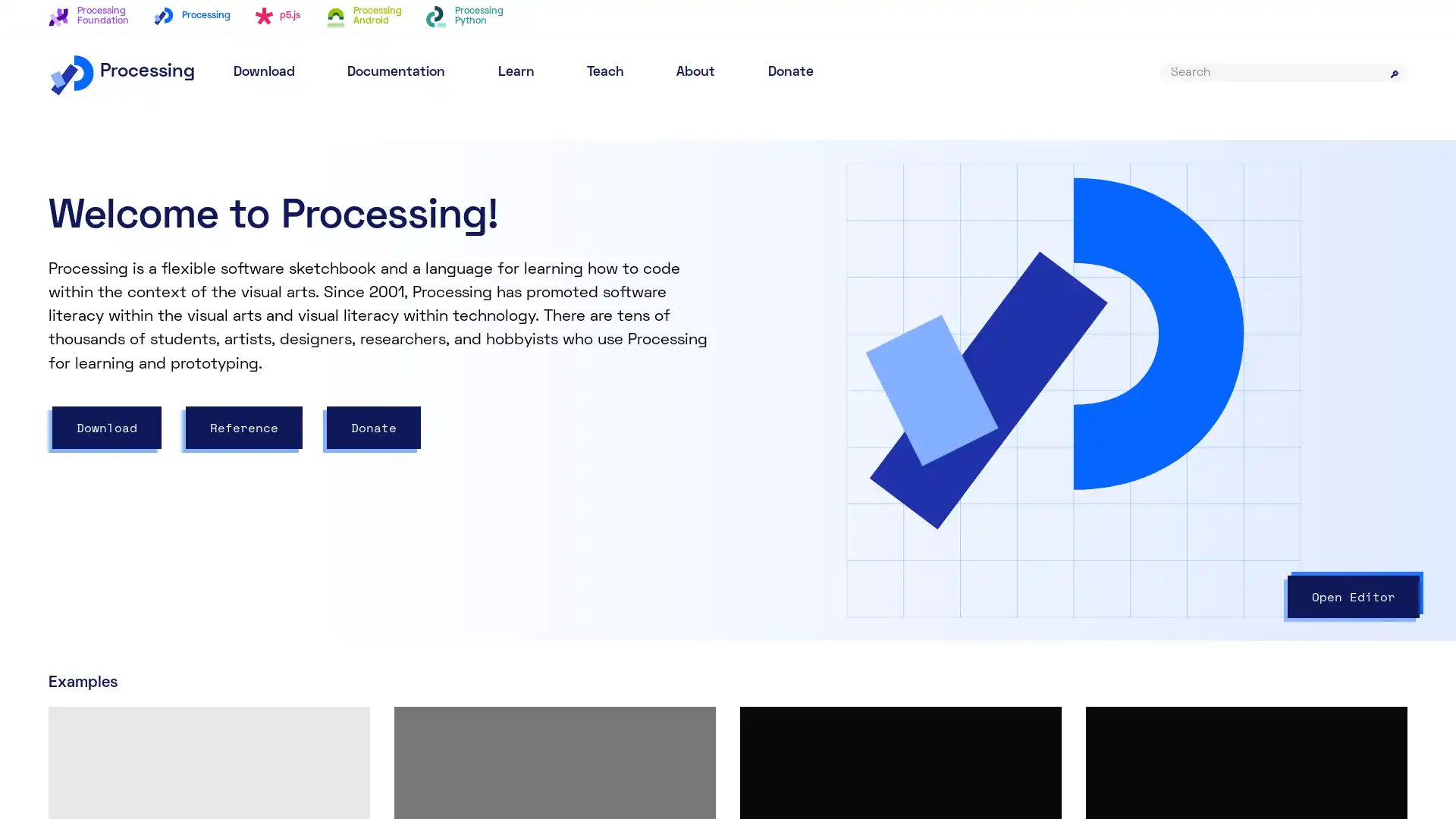 The image size is (1456, 819). I want to click on change position, so click(1156, 416).